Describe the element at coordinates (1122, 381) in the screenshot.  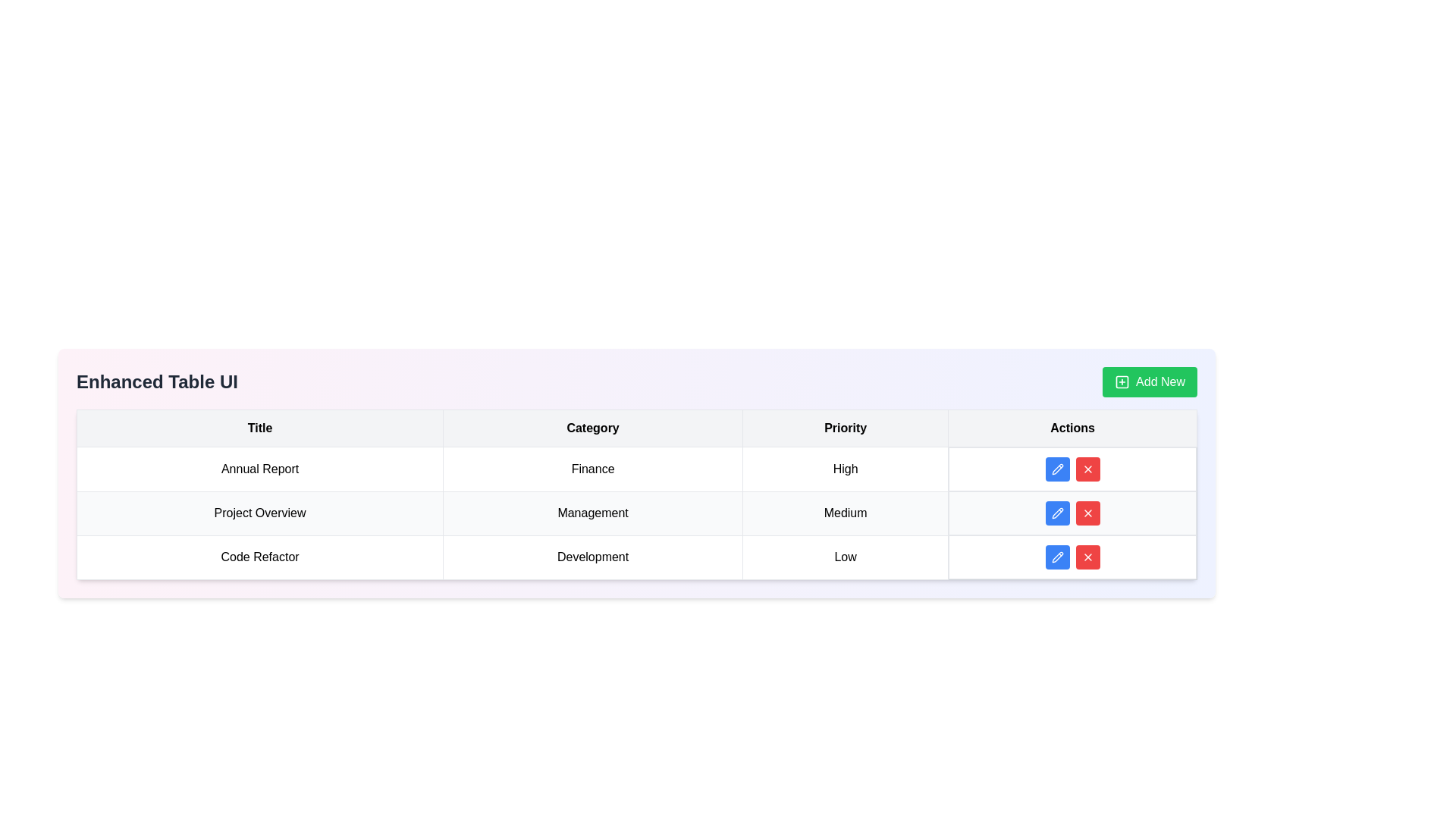
I see `the Background SVG rectangle that serves as a structural component of the 'Add New' button icon located in the top-right corner of the UI` at that location.